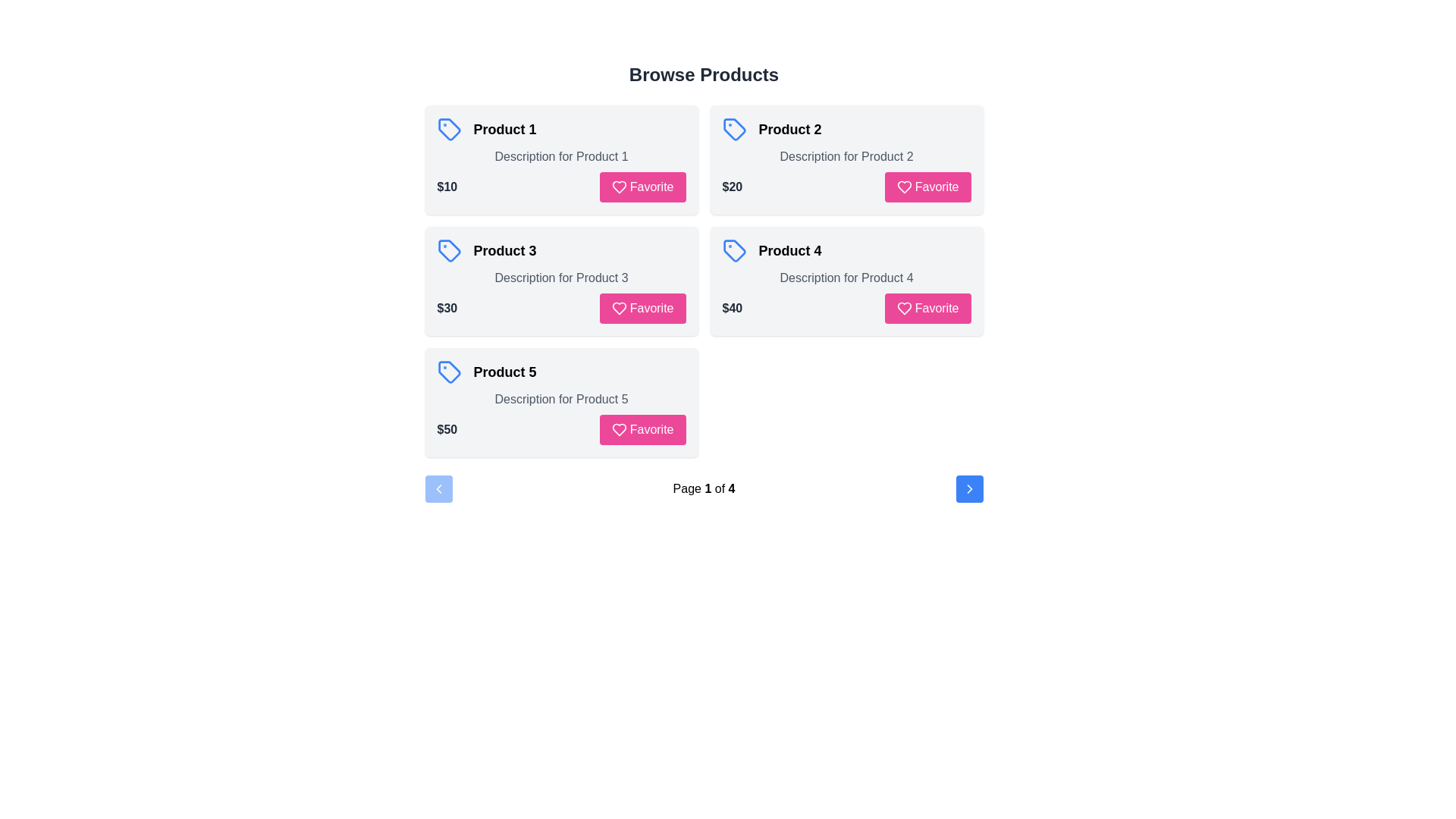 Image resolution: width=1456 pixels, height=819 pixels. What do you see at coordinates (927, 308) in the screenshot?
I see `the 'Favorite' button with a pink background located at the bottom right corner of the 'Product 4' card` at bounding box center [927, 308].